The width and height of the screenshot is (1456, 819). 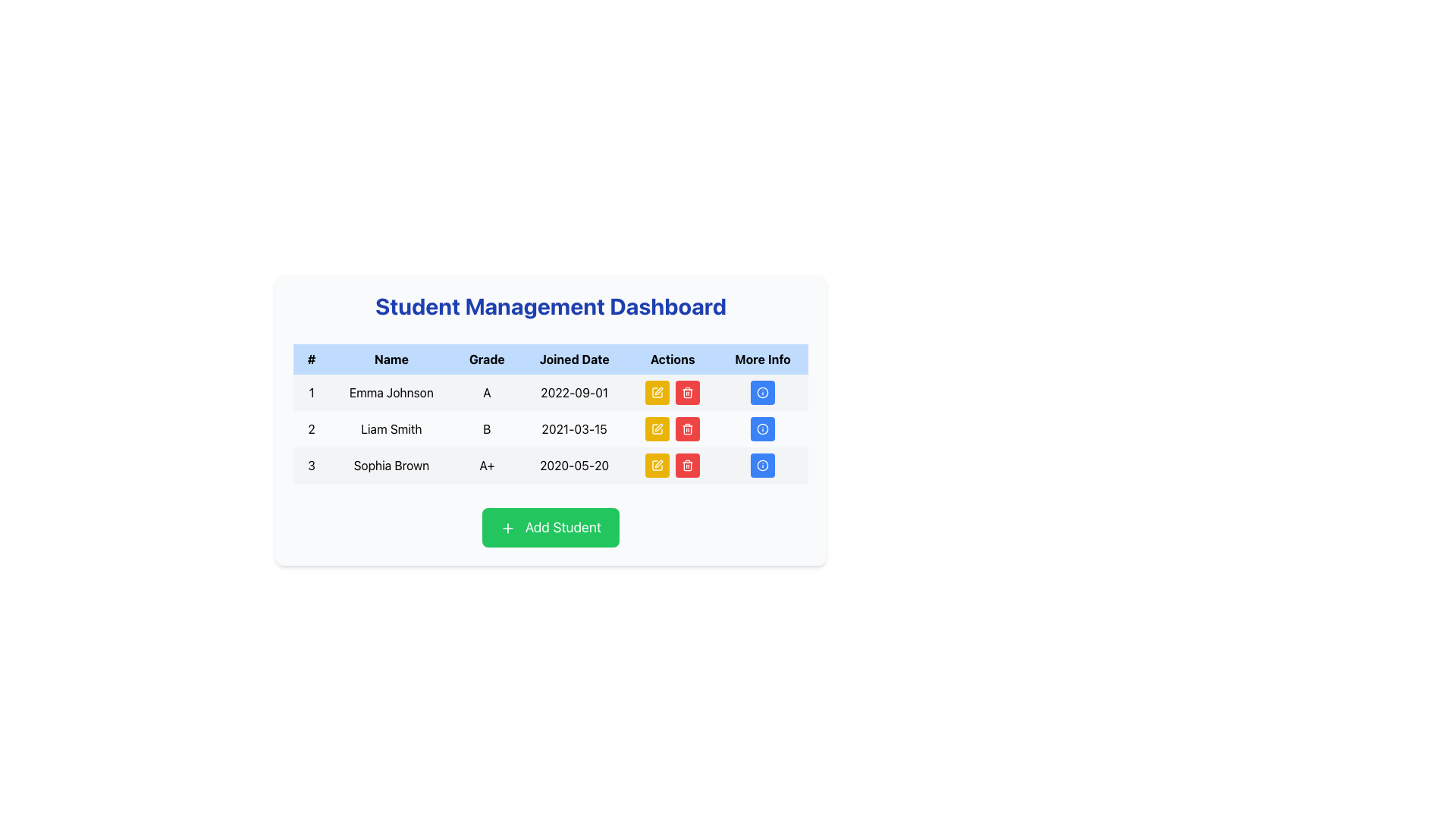 What do you see at coordinates (550, 526) in the screenshot?
I see `the prominent green button labeled 'Add Student' located centrally beneath the student information table` at bounding box center [550, 526].